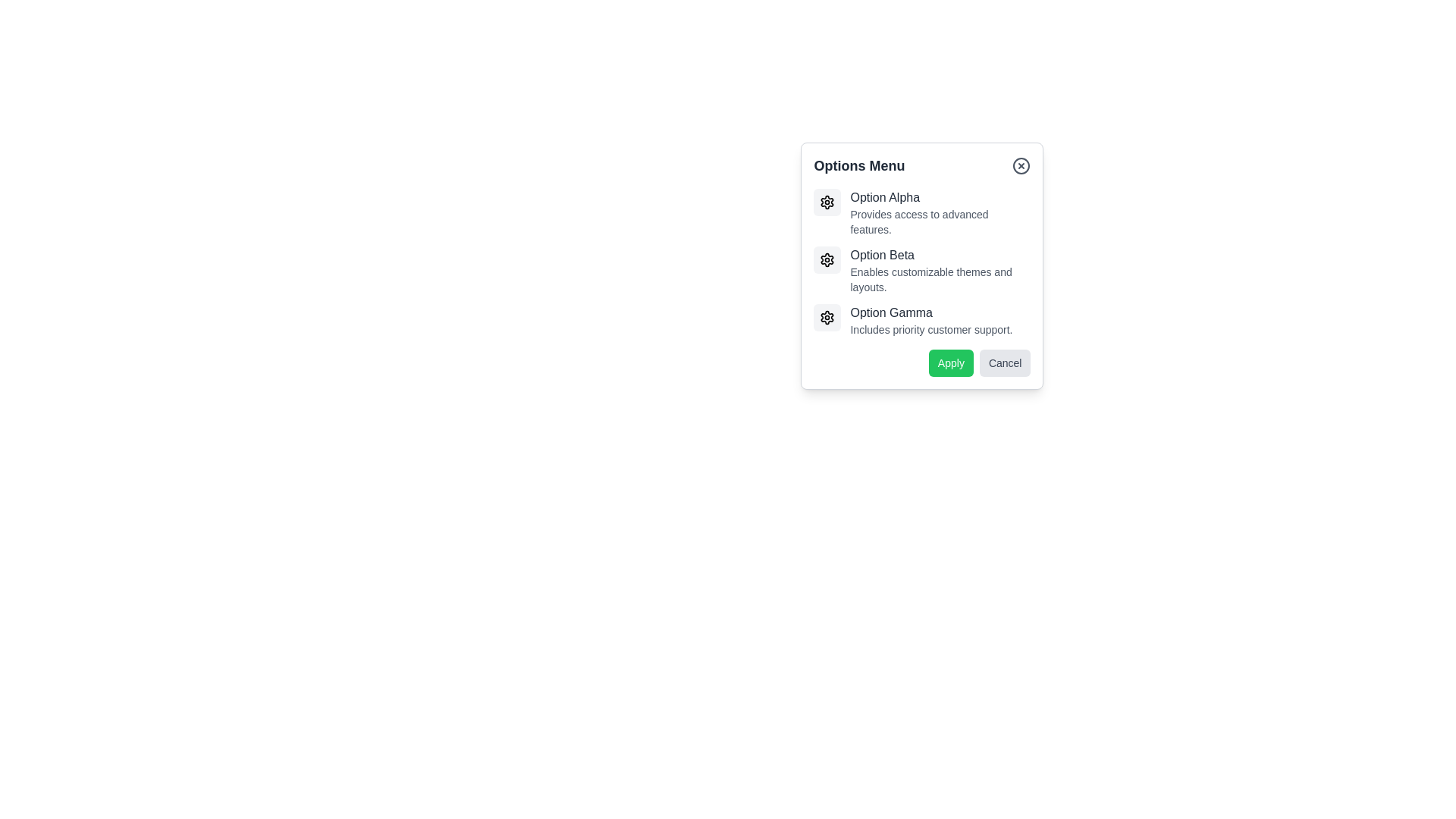 This screenshot has width=1456, height=819. Describe the element at coordinates (921, 320) in the screenshot. I see `the selectable list item that describes the 'Option Gamma' feature with priority customer support, located in the vertical list of options within the modal interface` at that location.